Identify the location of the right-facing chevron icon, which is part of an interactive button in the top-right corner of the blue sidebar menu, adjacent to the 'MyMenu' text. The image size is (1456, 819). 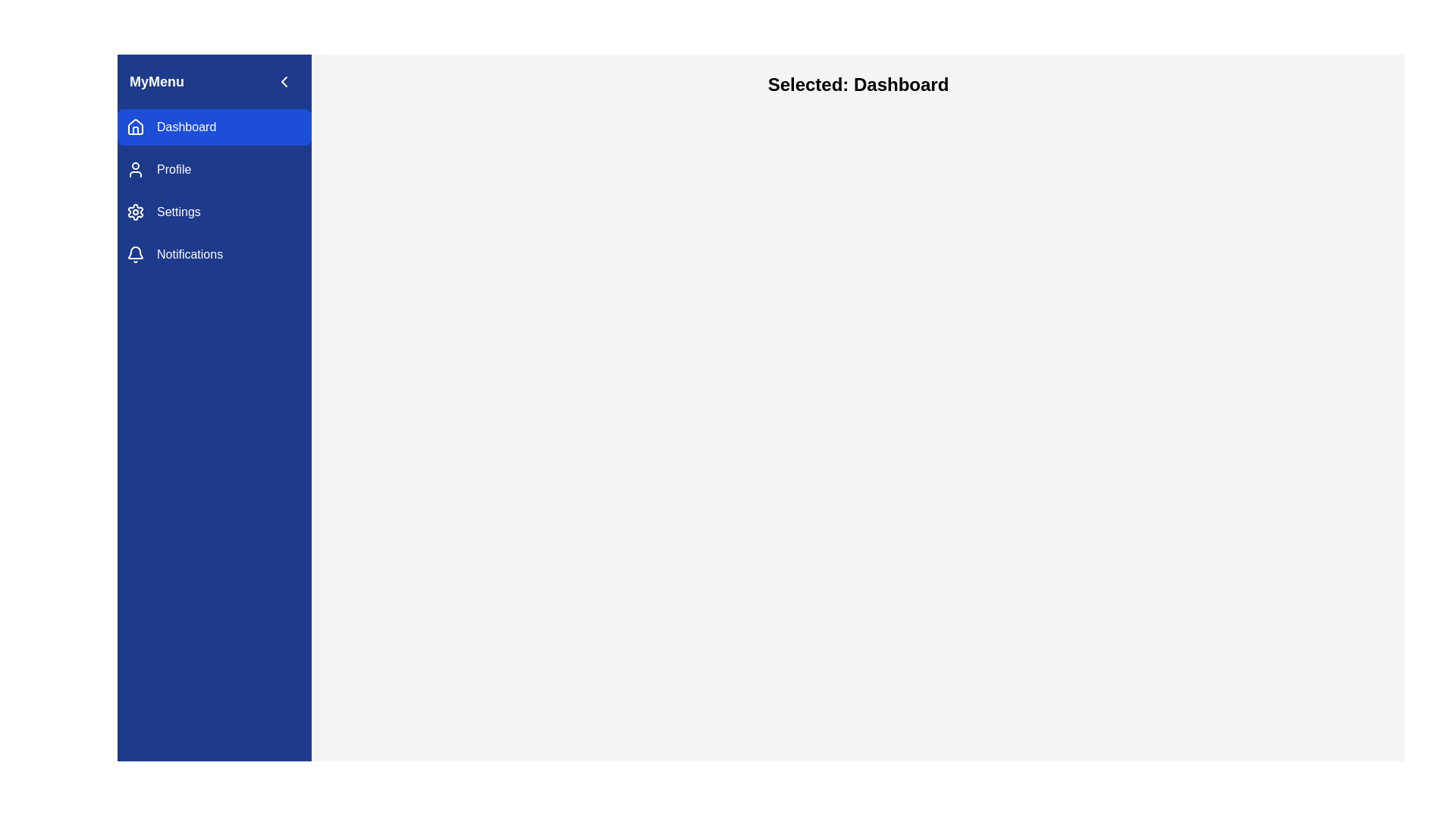
(284, 82).